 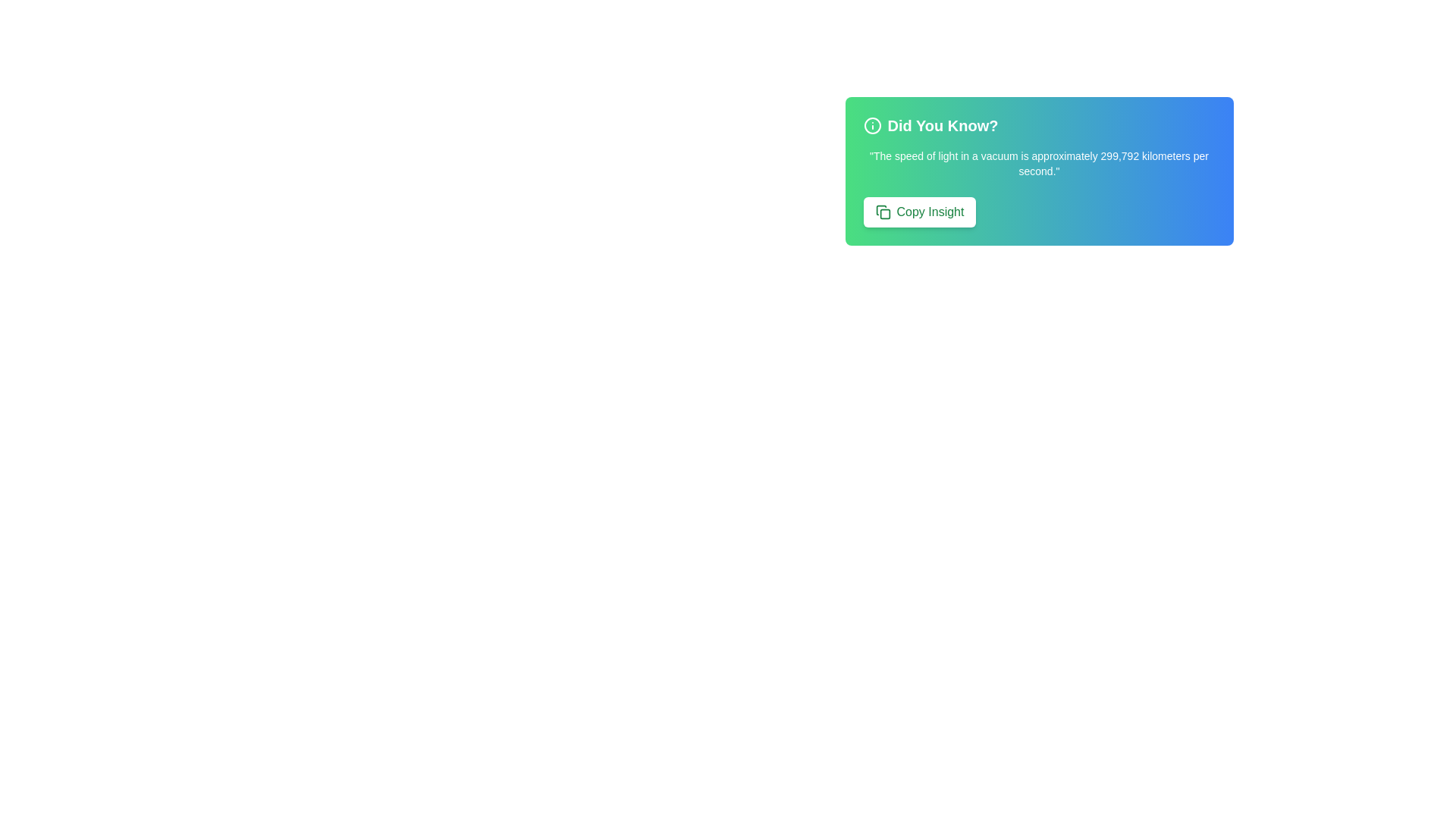 What do you see at coordinates (872, 124) in the screenshot?
I see `the SVG Circle located at the top-left corner of a card-like component, which is part of an icon group with three overlapping components` at bounding box center [872, 124].